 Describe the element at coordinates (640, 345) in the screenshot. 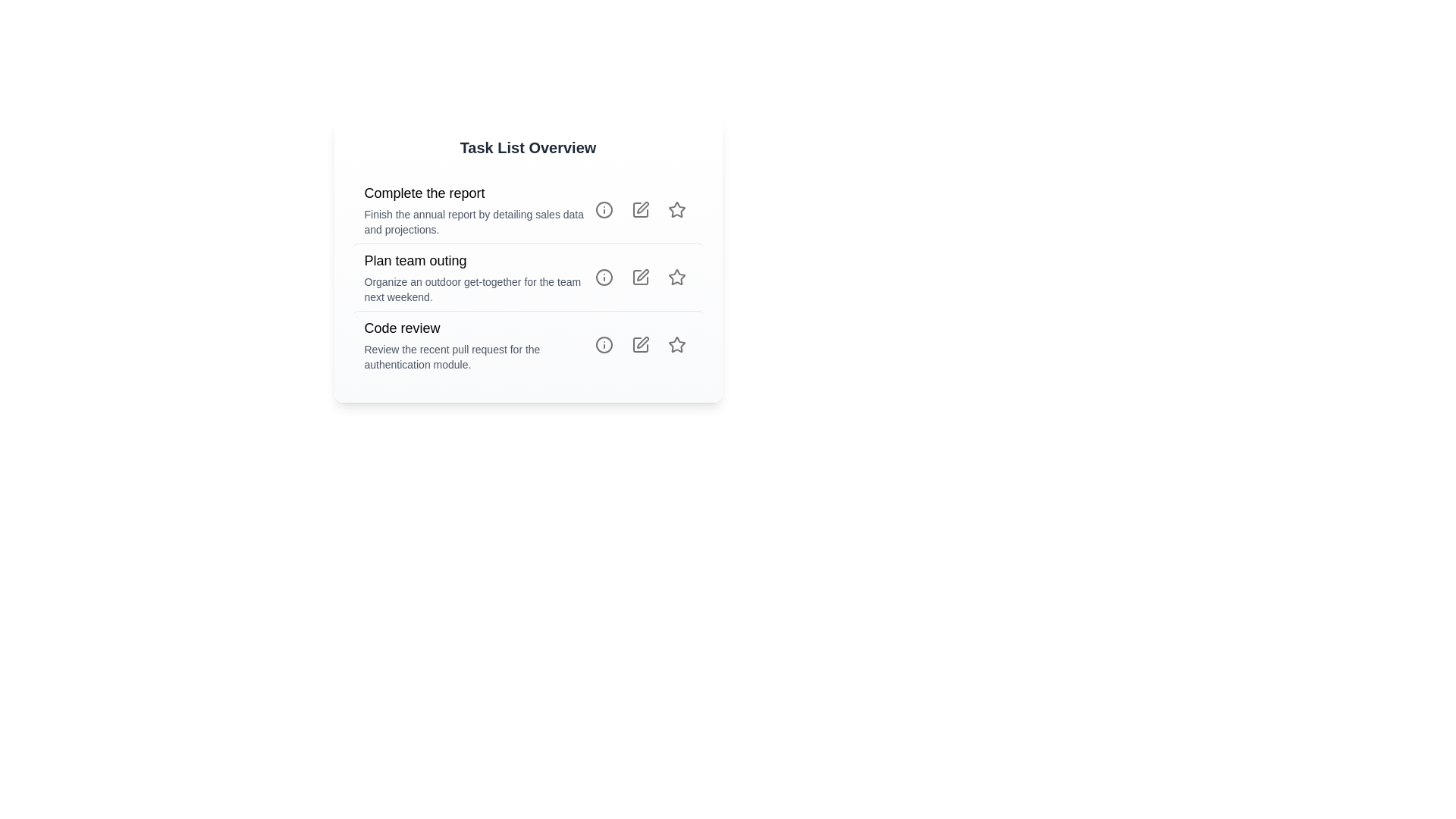

I see `the middle action icon button associated with the 'Code review' task` at that location.